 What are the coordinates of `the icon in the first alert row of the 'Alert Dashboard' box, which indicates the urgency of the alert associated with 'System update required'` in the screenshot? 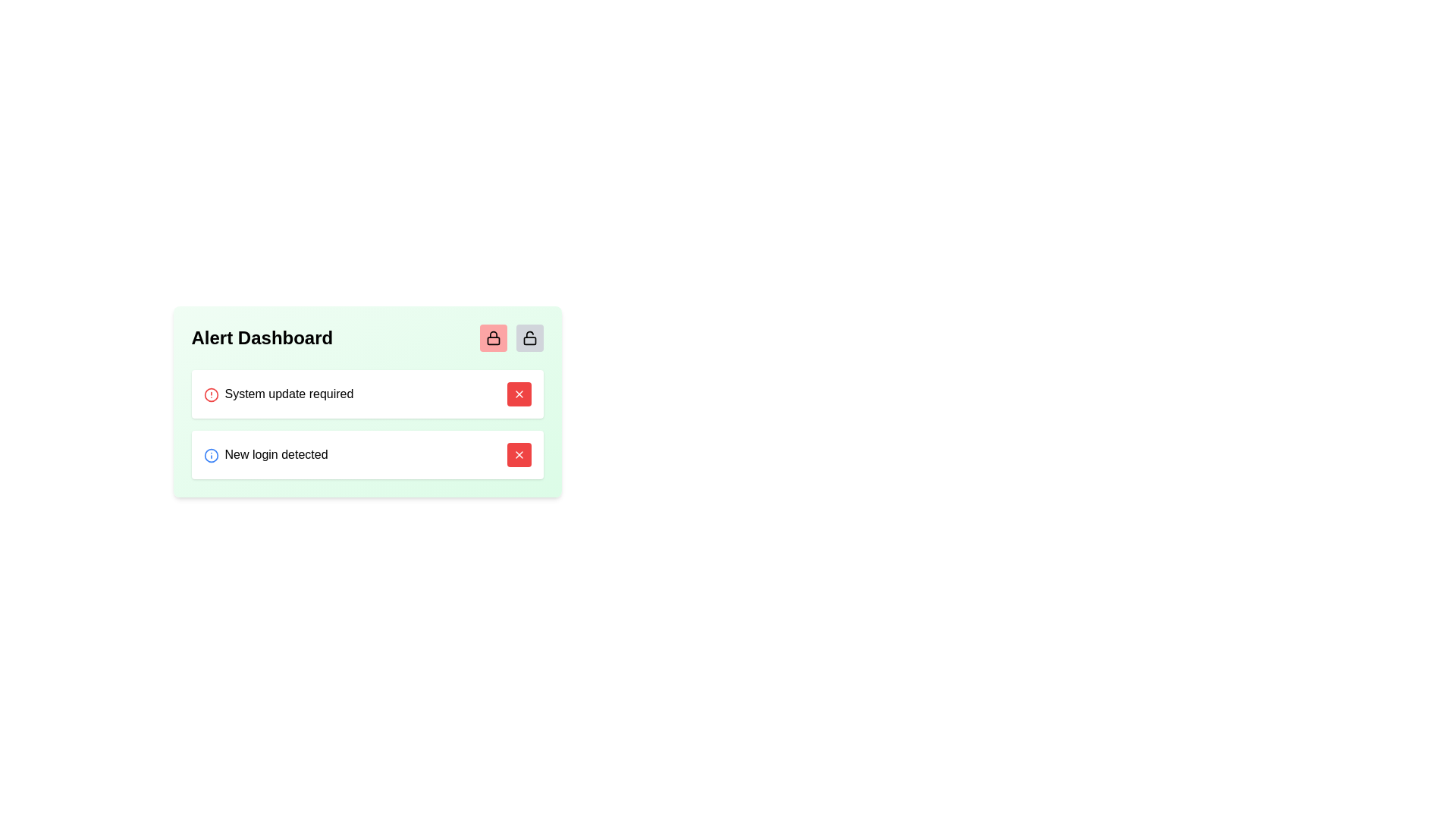 It's located at (210, 394).